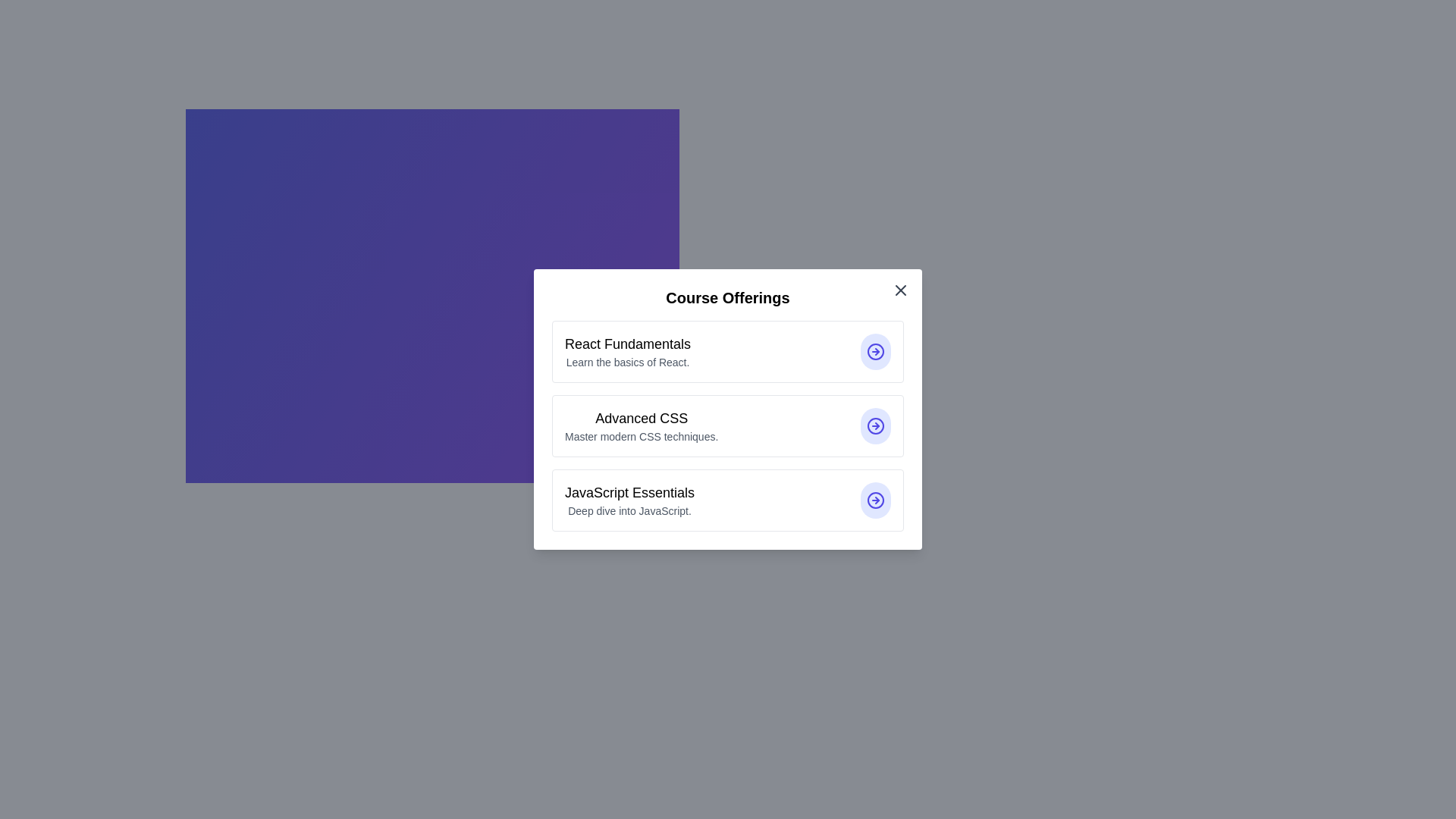 The width and height of the screenshot is (1456, 819). Describe the element at coordinates (728, 351) in the screenshot. I see `the topmost list item in the 'Course Offerings' modal, which reads 'React Fundamentals'` at that location.